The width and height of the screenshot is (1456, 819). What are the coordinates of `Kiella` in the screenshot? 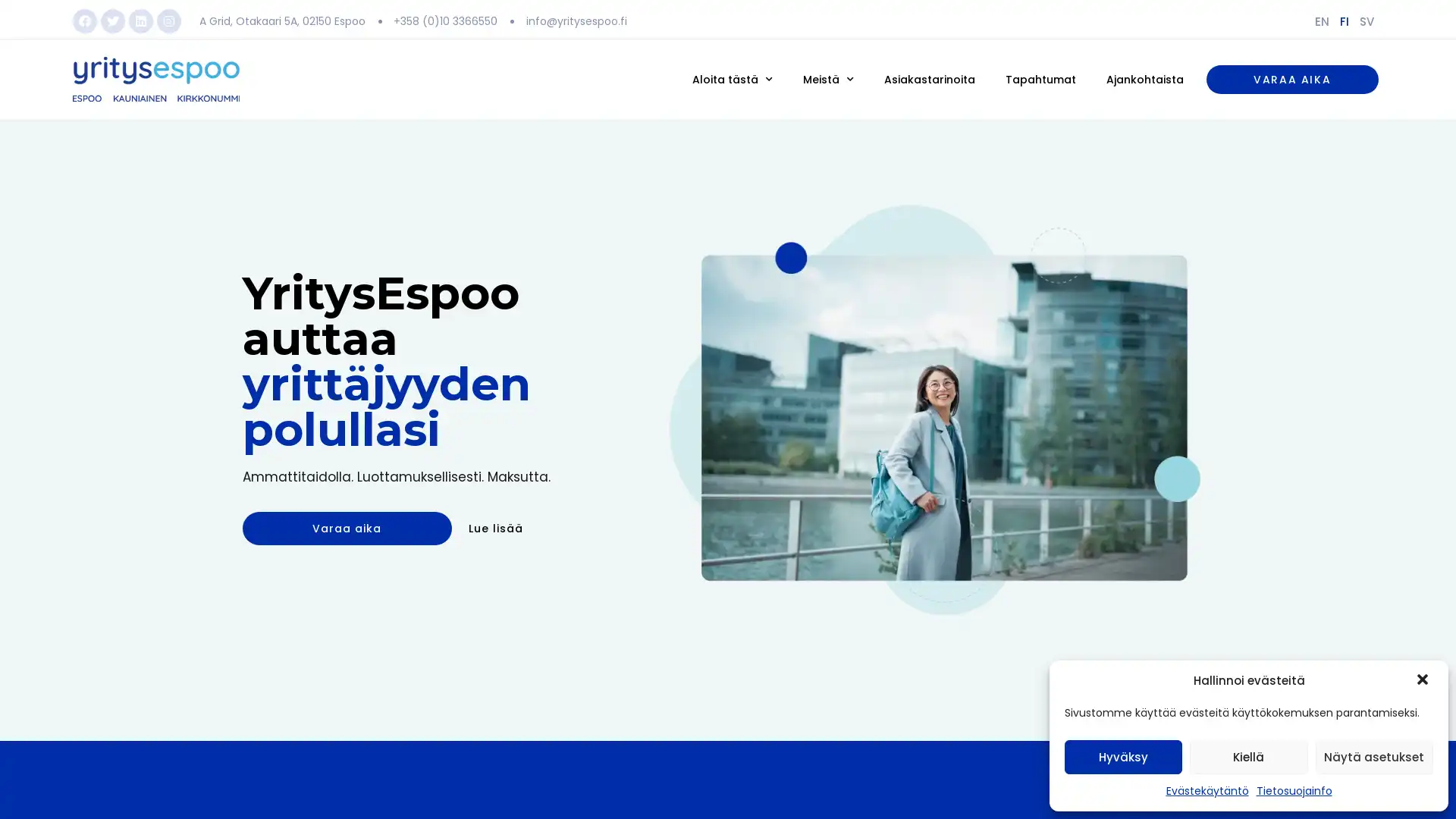 It's located at (1248, 757).